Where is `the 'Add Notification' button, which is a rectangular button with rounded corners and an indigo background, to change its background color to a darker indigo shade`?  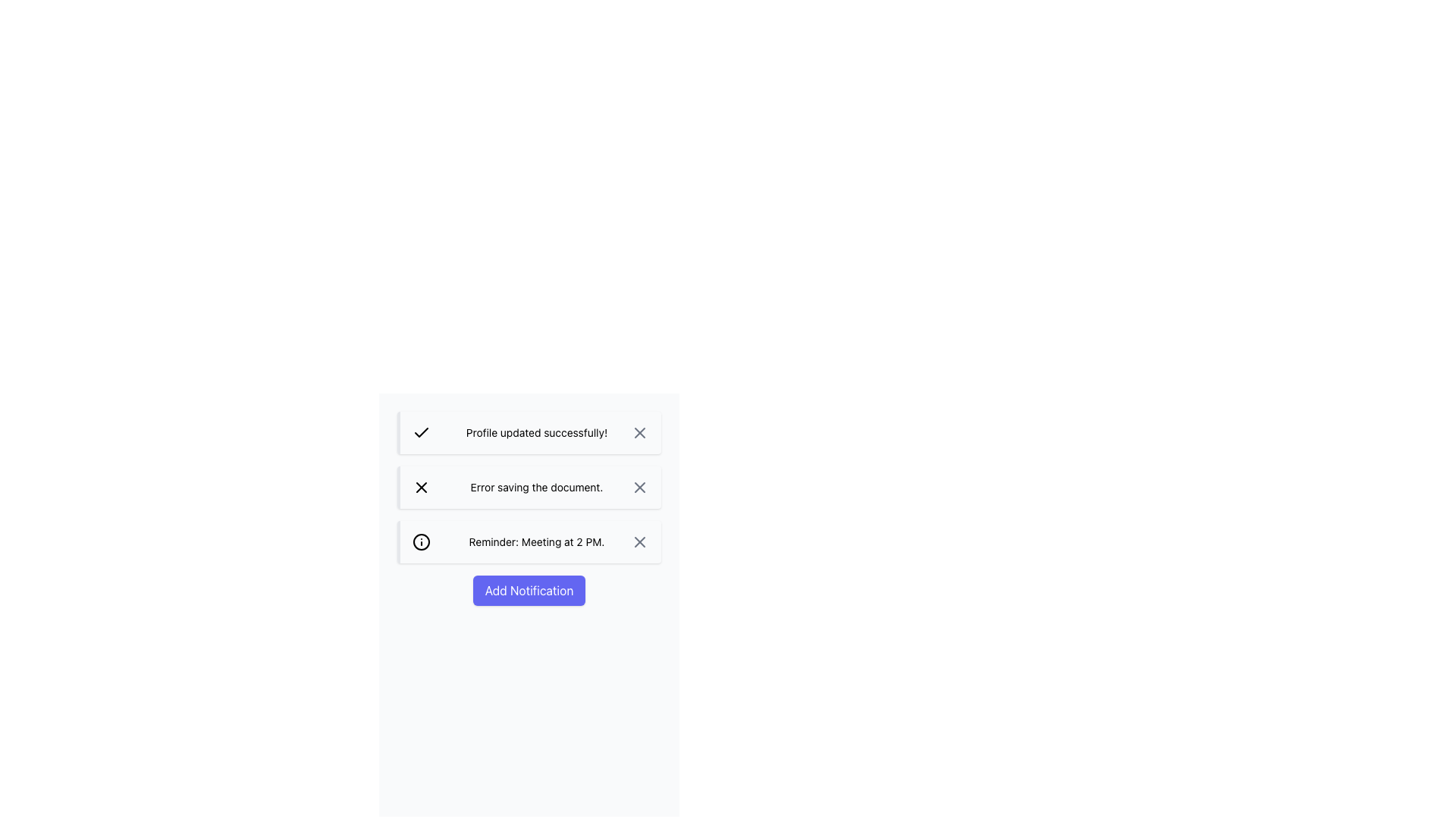 the 'Add Notification' button, which is a rectangular button with rounded corners and an indigo background, to change its background color to a darker indigo shade is located at coordinates (529, 590).